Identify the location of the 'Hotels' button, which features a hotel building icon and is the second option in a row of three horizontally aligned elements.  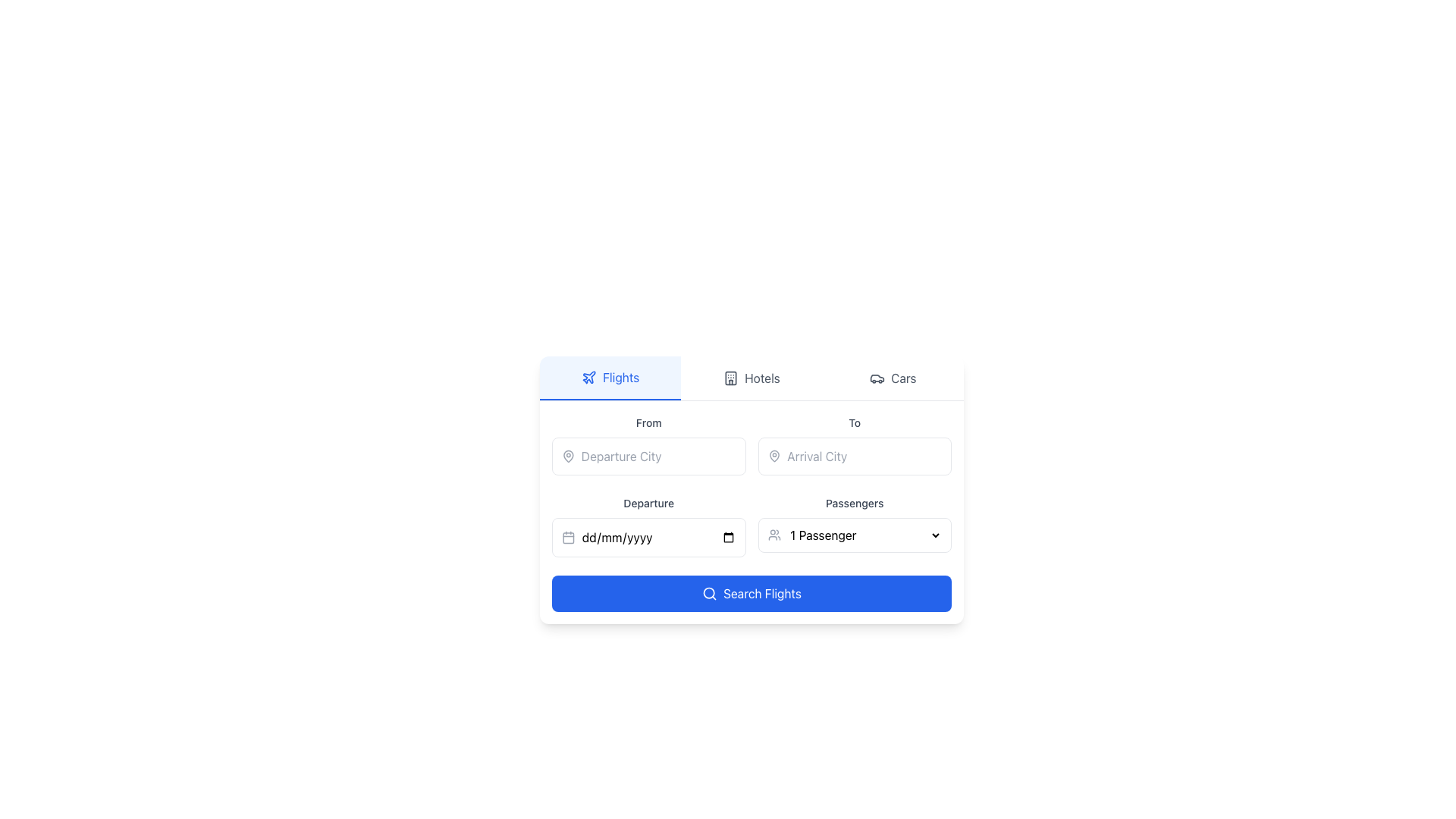
(752, 377).